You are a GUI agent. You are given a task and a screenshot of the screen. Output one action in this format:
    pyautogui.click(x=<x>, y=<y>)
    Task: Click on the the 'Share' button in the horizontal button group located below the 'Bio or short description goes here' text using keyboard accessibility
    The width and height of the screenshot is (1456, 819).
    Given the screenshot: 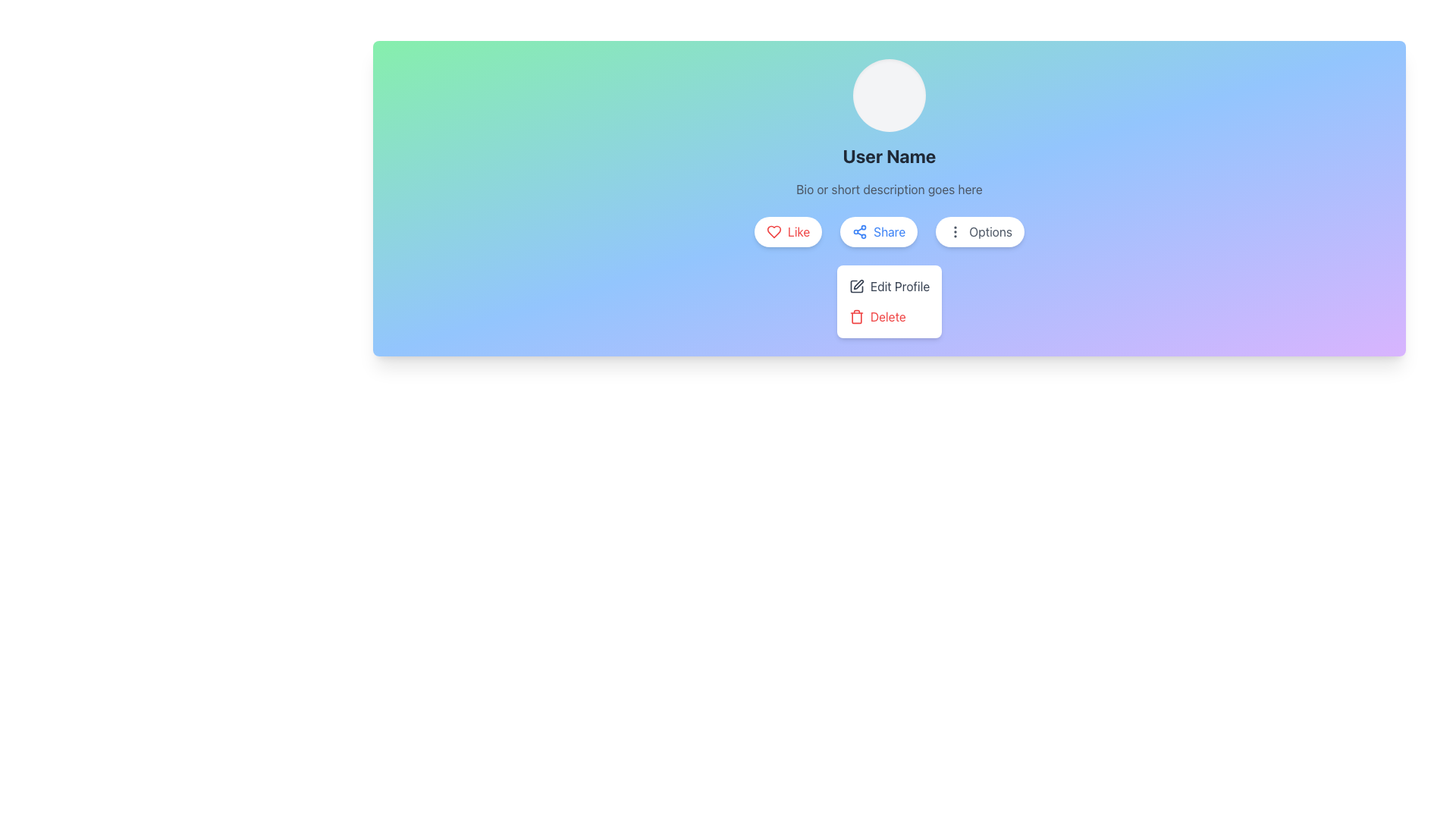 What is the action you would take?
    pyautogui.click(x=889, y=231)
    